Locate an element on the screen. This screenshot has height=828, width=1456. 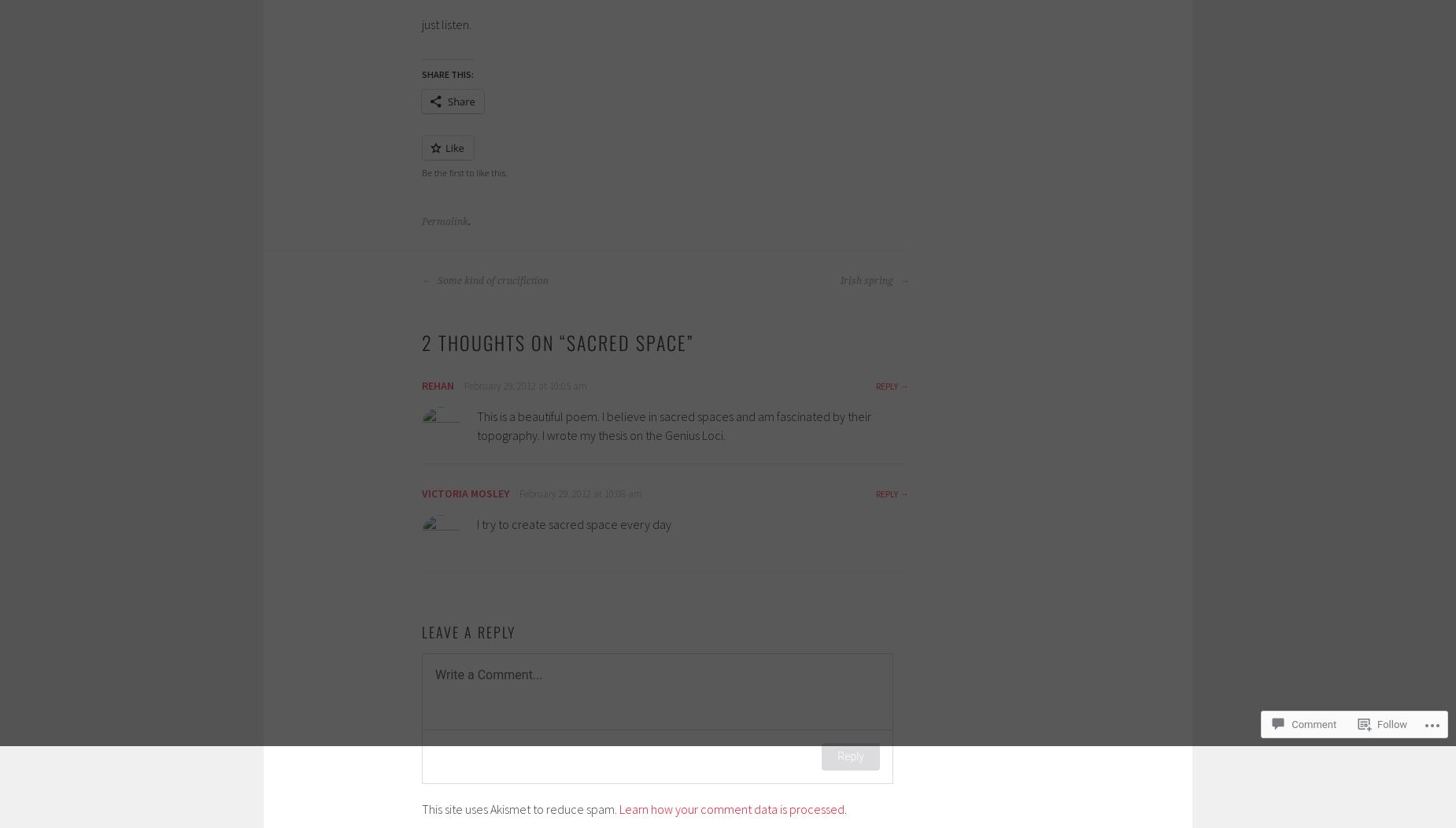
'Follow' is located at coordinates (1391, 724).